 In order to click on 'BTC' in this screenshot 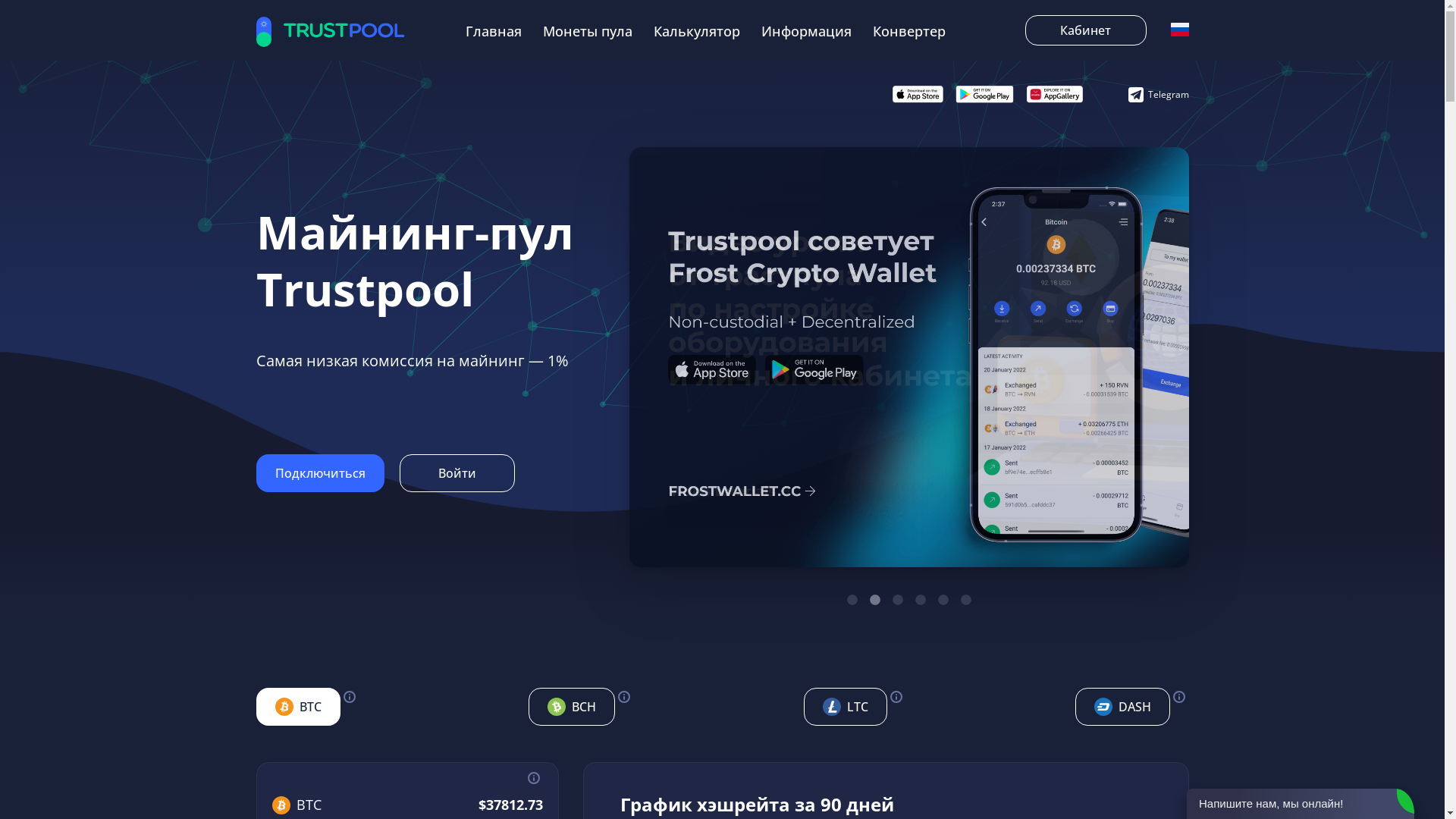, I will do `click(298, 705)`.